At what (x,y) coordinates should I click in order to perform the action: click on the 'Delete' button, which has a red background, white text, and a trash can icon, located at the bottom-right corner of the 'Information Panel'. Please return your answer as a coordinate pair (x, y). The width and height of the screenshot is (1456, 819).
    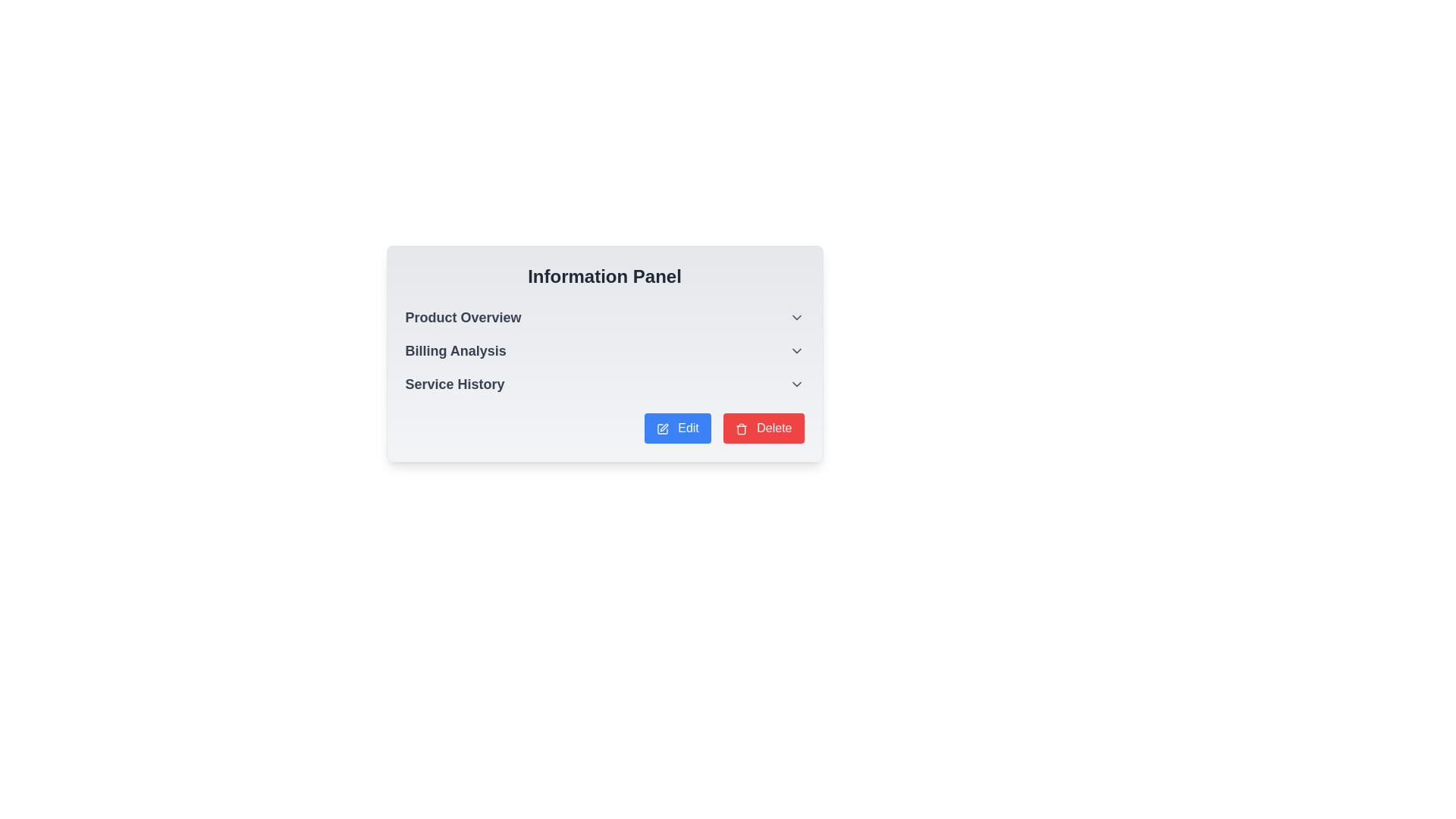
    Looking at the image, I should click on (764, 428).